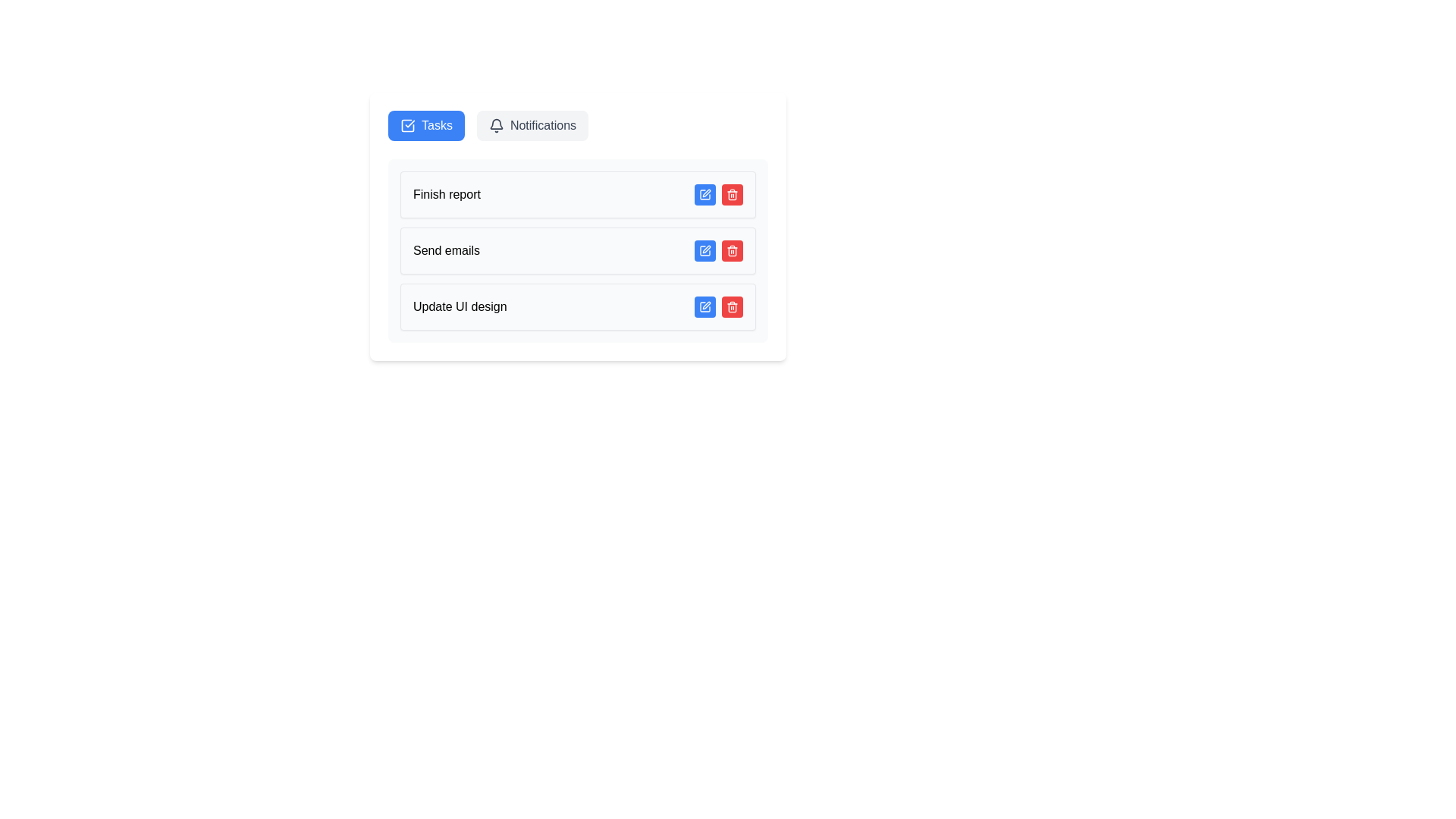  Describe the element at coordinates (704, 194) in the screenshot. I see `the editing icon located at the top-right corner of the first task in the vertical list` at that location.